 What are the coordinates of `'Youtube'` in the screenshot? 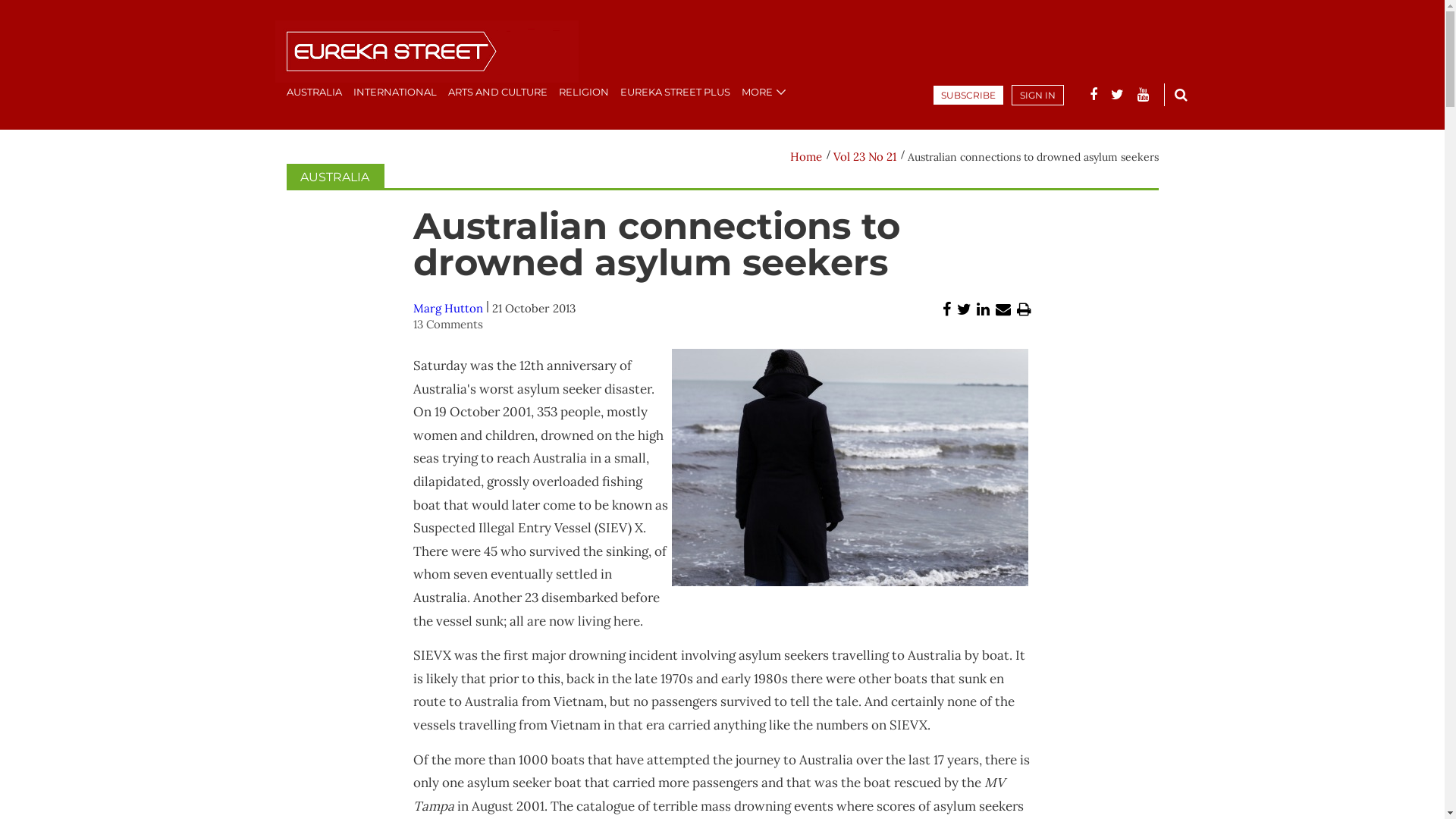 It's located at (1143, 94).